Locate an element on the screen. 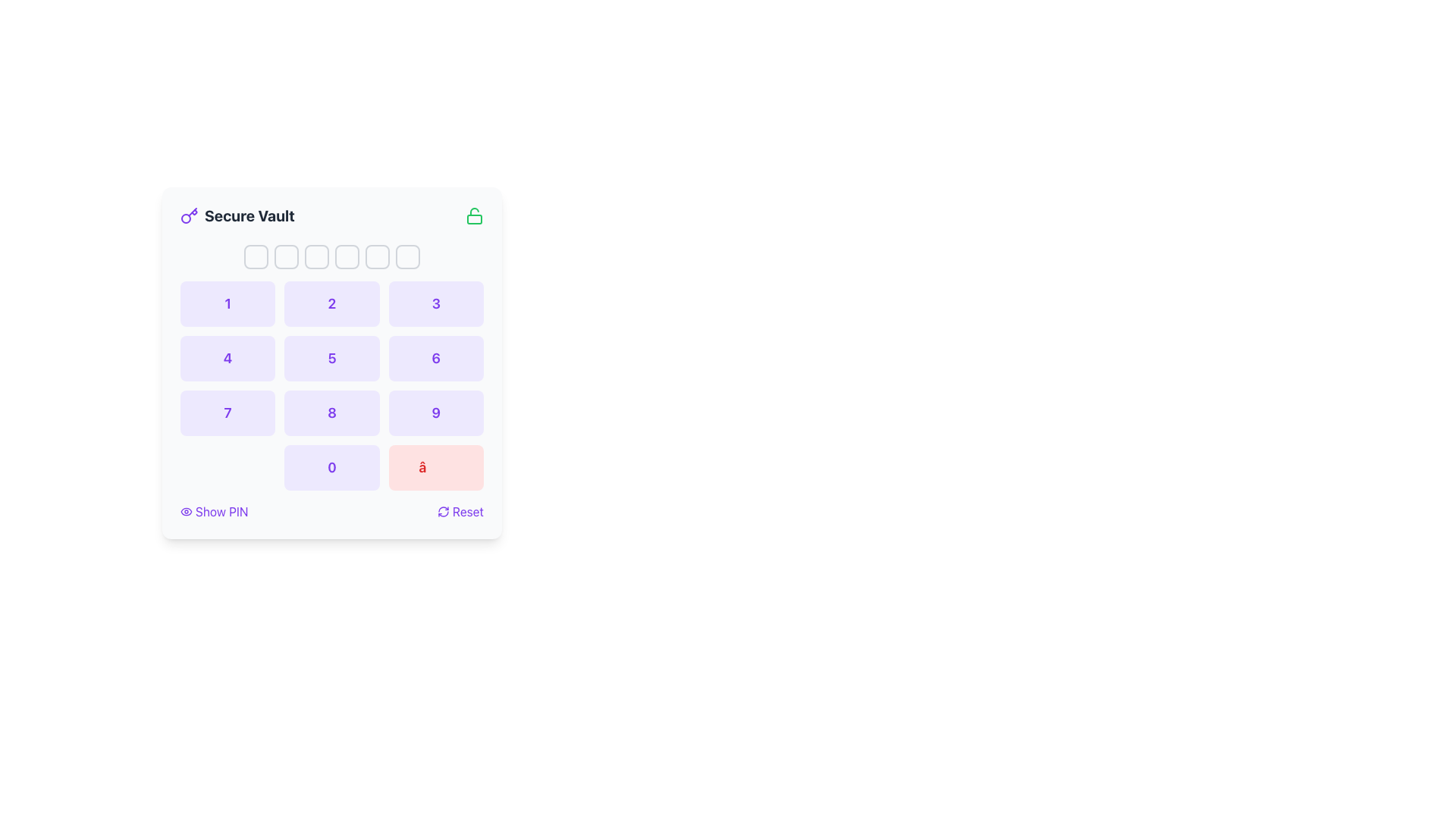 The width and height of the screenshot is (1456, 819). the text label with an icon in the bottom left corner of the modal is located at coordinates (221, 512).